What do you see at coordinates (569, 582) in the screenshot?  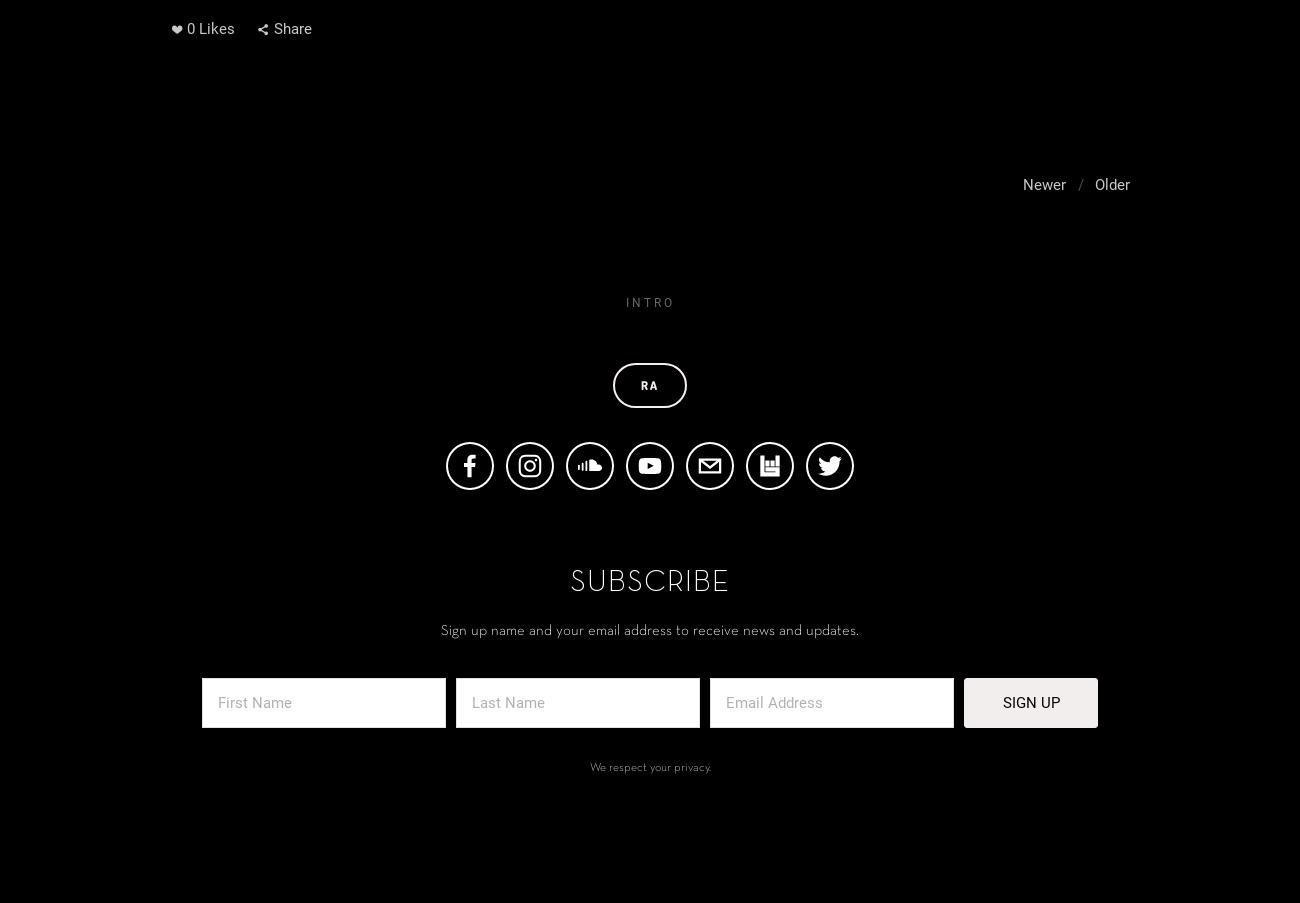 I see `'Subscribe'` at bounding box center [569, 582].